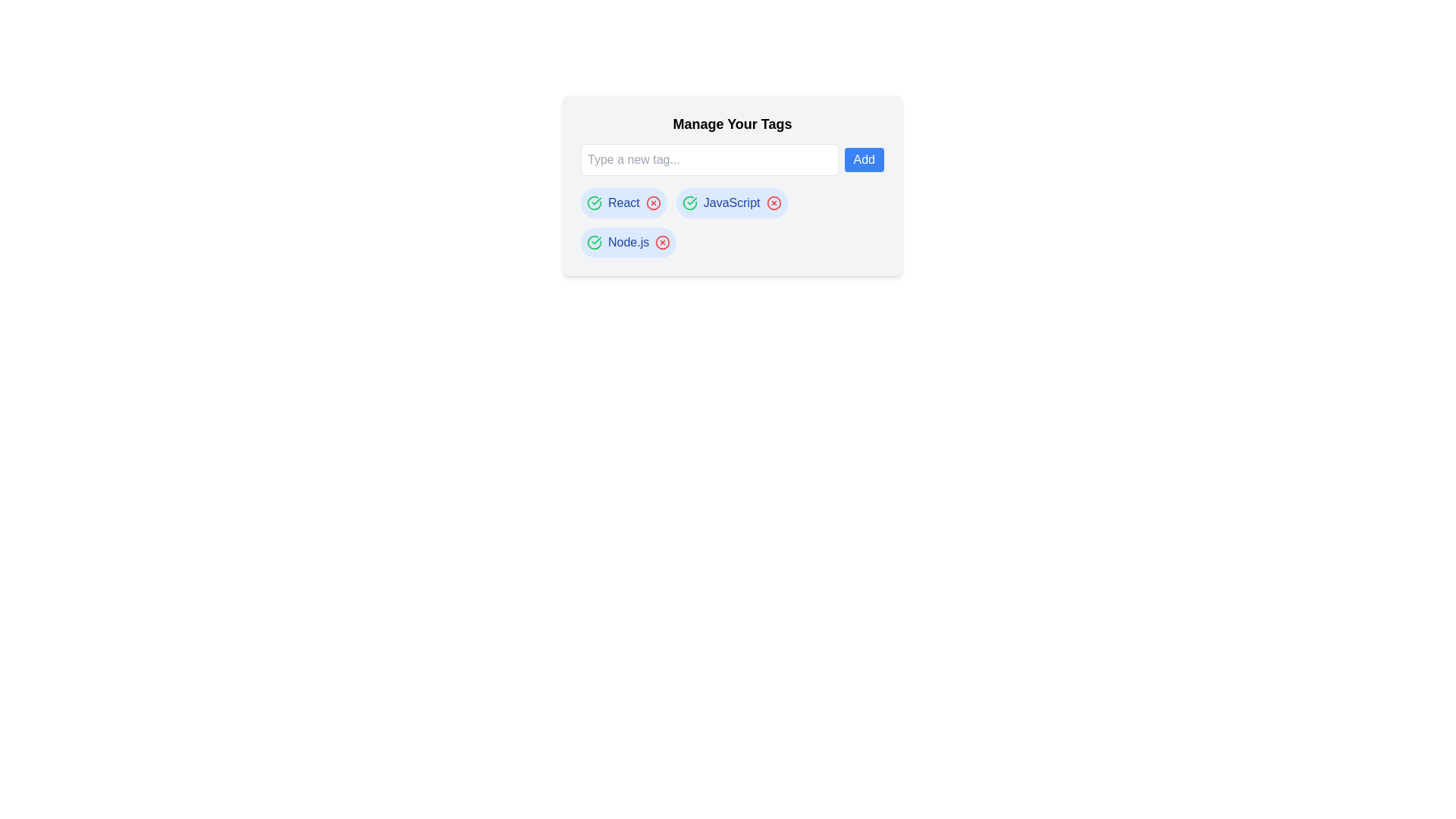  I want to click on red 'X' icon next to the tag labeled JavaScript to remove it, so click(773, 202).